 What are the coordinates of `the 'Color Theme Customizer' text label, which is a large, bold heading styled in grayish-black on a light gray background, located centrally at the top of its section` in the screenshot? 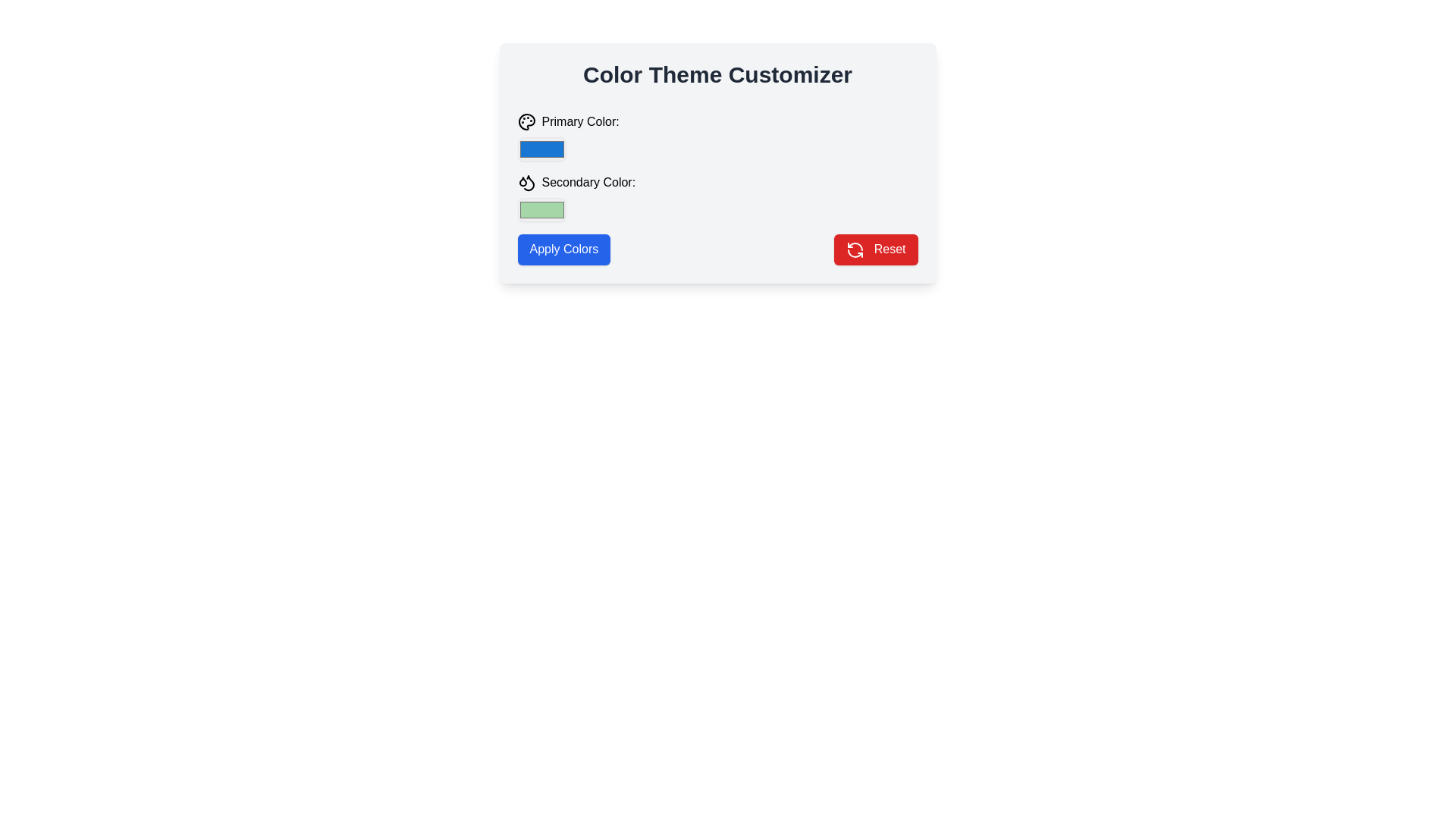 It's located at (717, 75).